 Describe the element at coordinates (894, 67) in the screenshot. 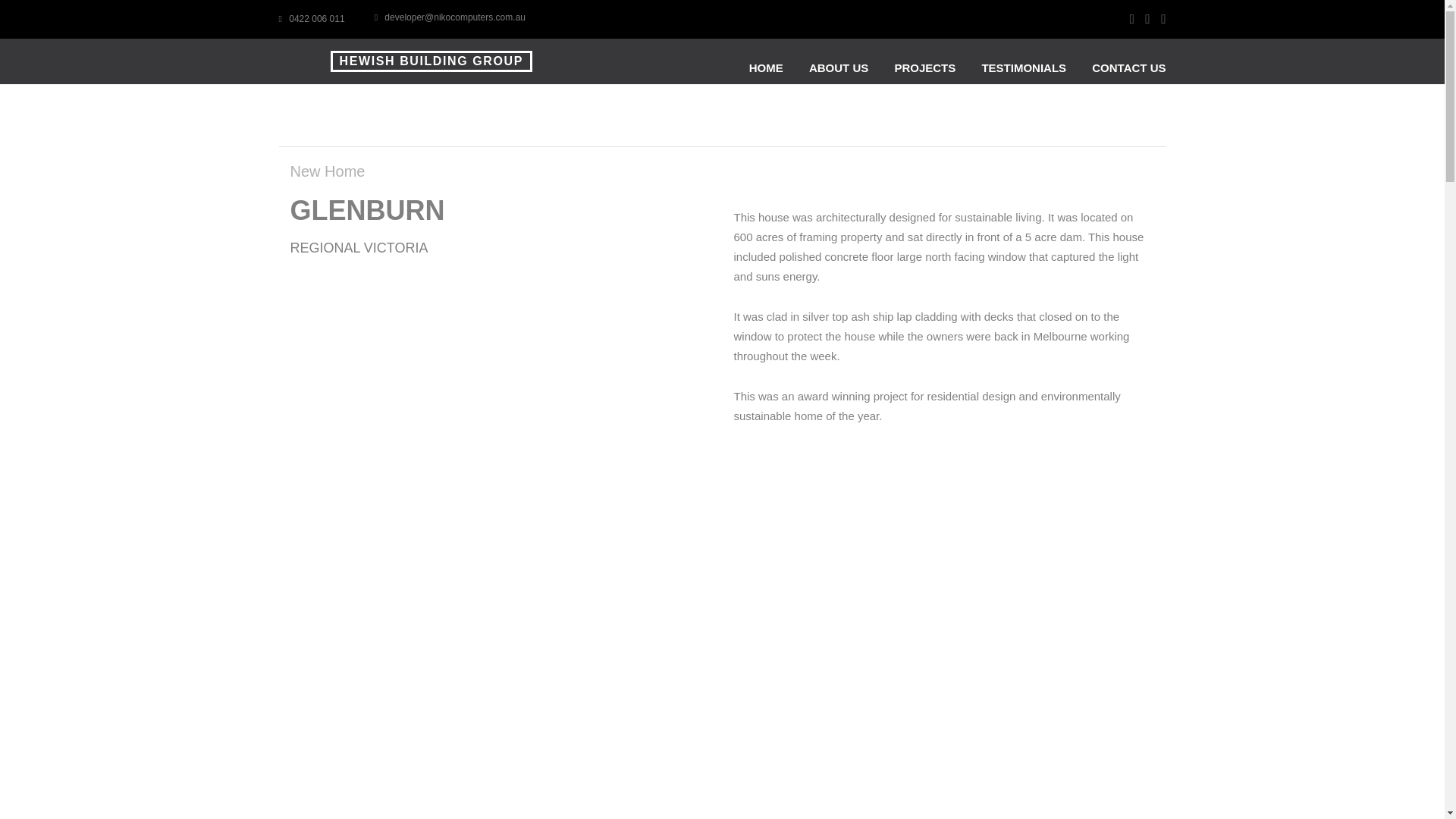

I see `'PROJECTS'` at that location.